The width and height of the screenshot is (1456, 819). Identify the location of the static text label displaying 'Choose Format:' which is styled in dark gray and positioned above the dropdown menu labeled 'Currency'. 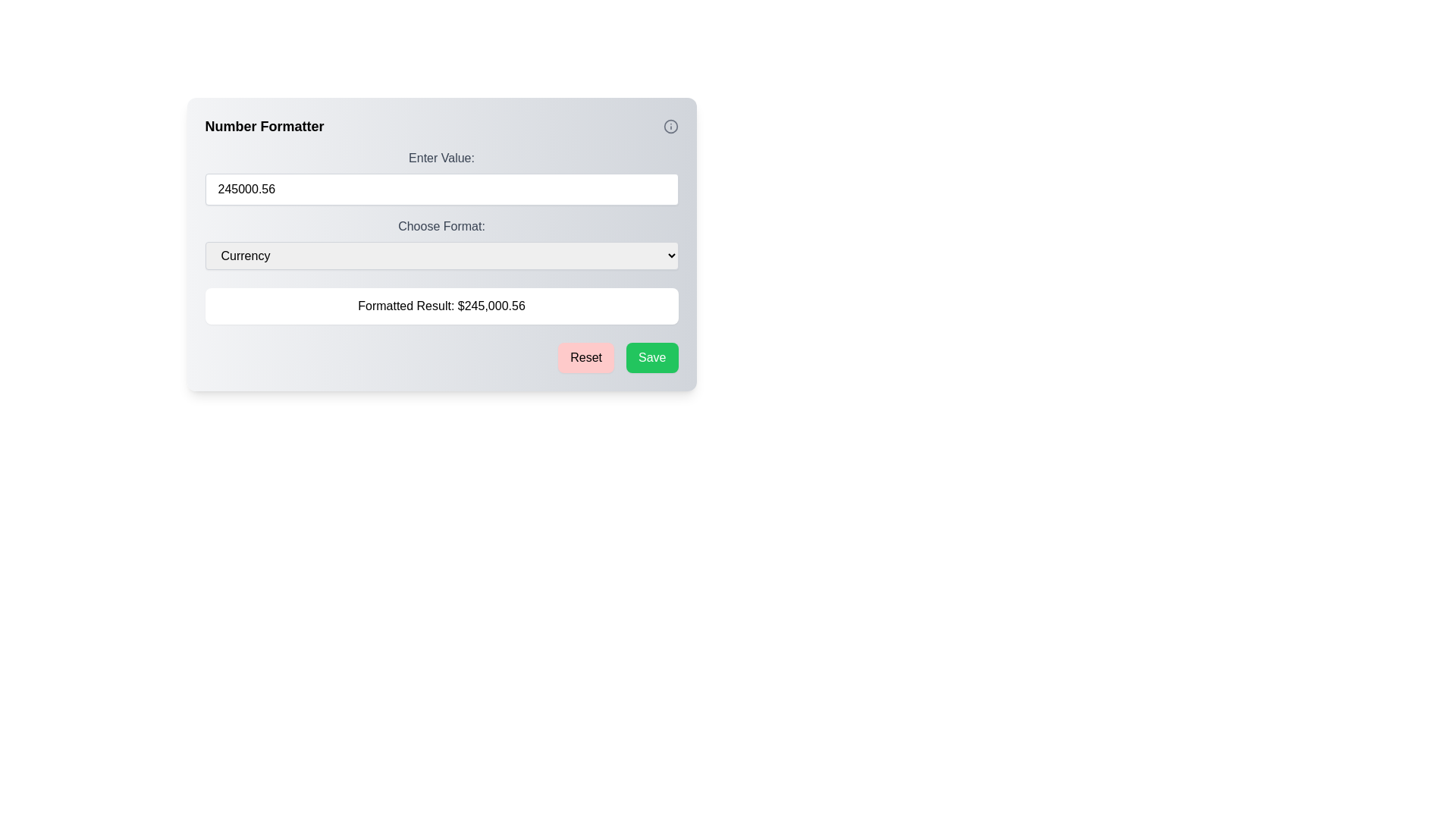
(441, 227).